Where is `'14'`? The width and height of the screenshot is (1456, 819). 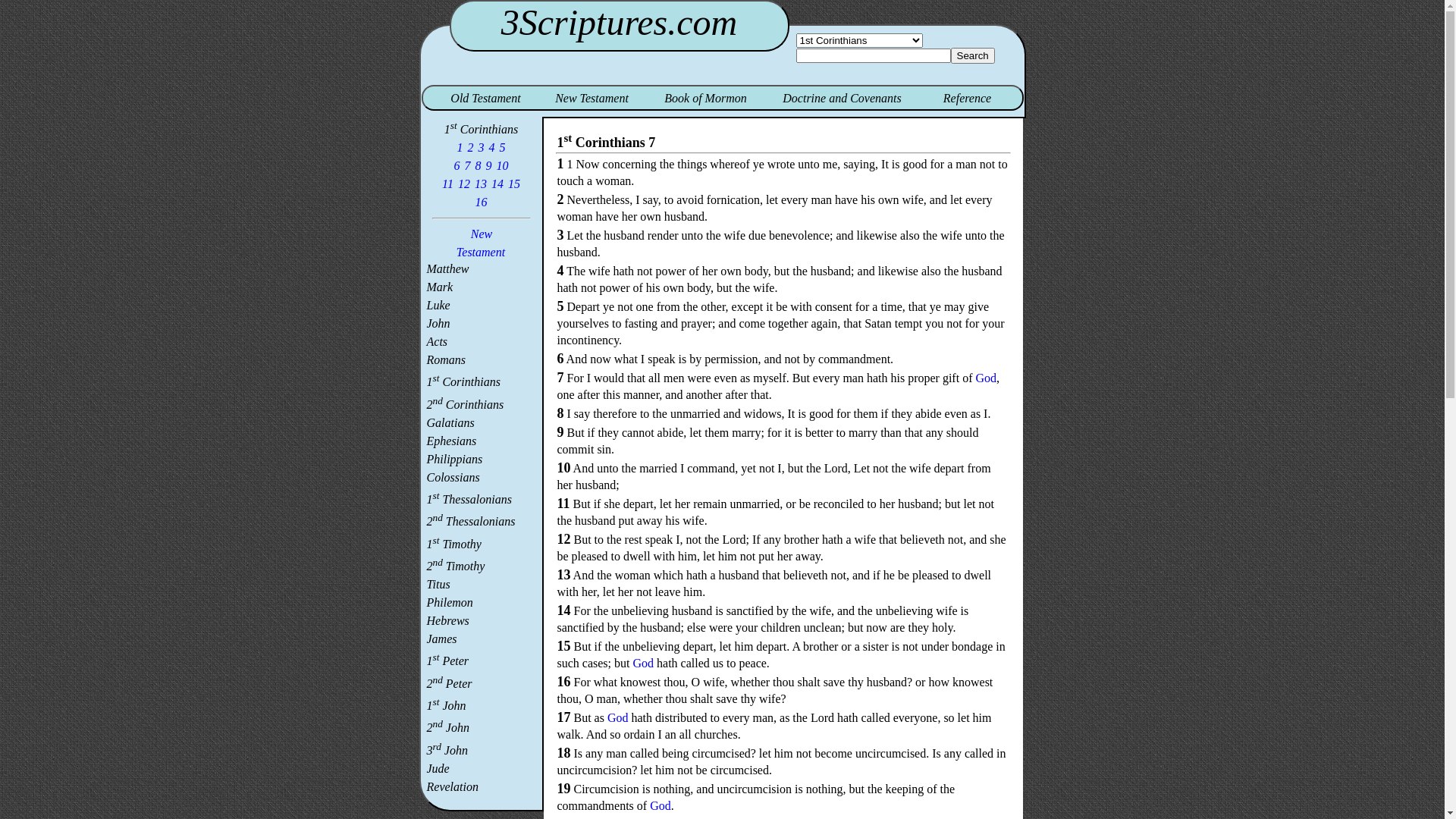 '14' is located at coordinates (497, 183).